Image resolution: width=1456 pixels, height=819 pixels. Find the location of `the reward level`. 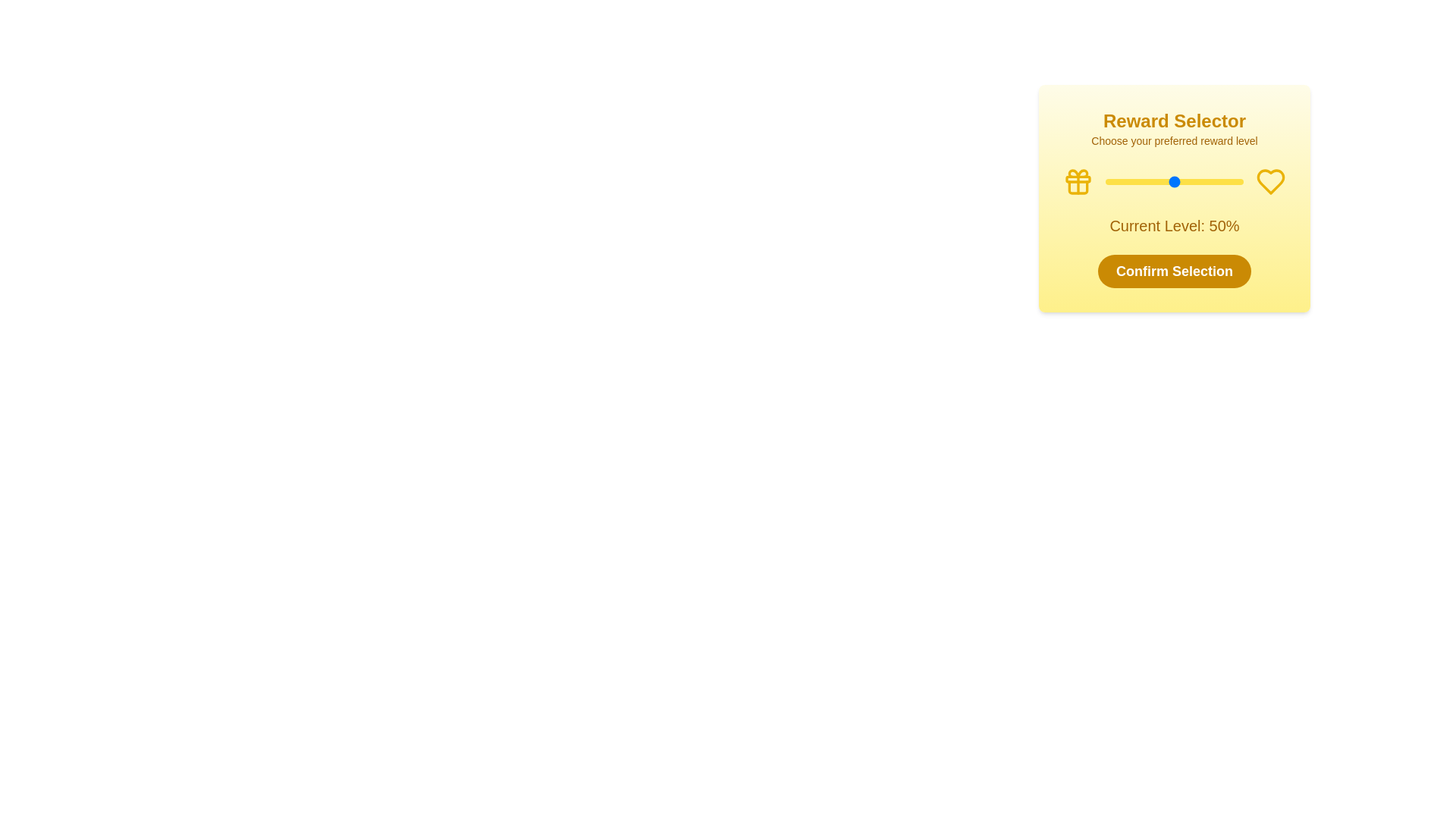

the reward level is located at coordinates (1201, 180).